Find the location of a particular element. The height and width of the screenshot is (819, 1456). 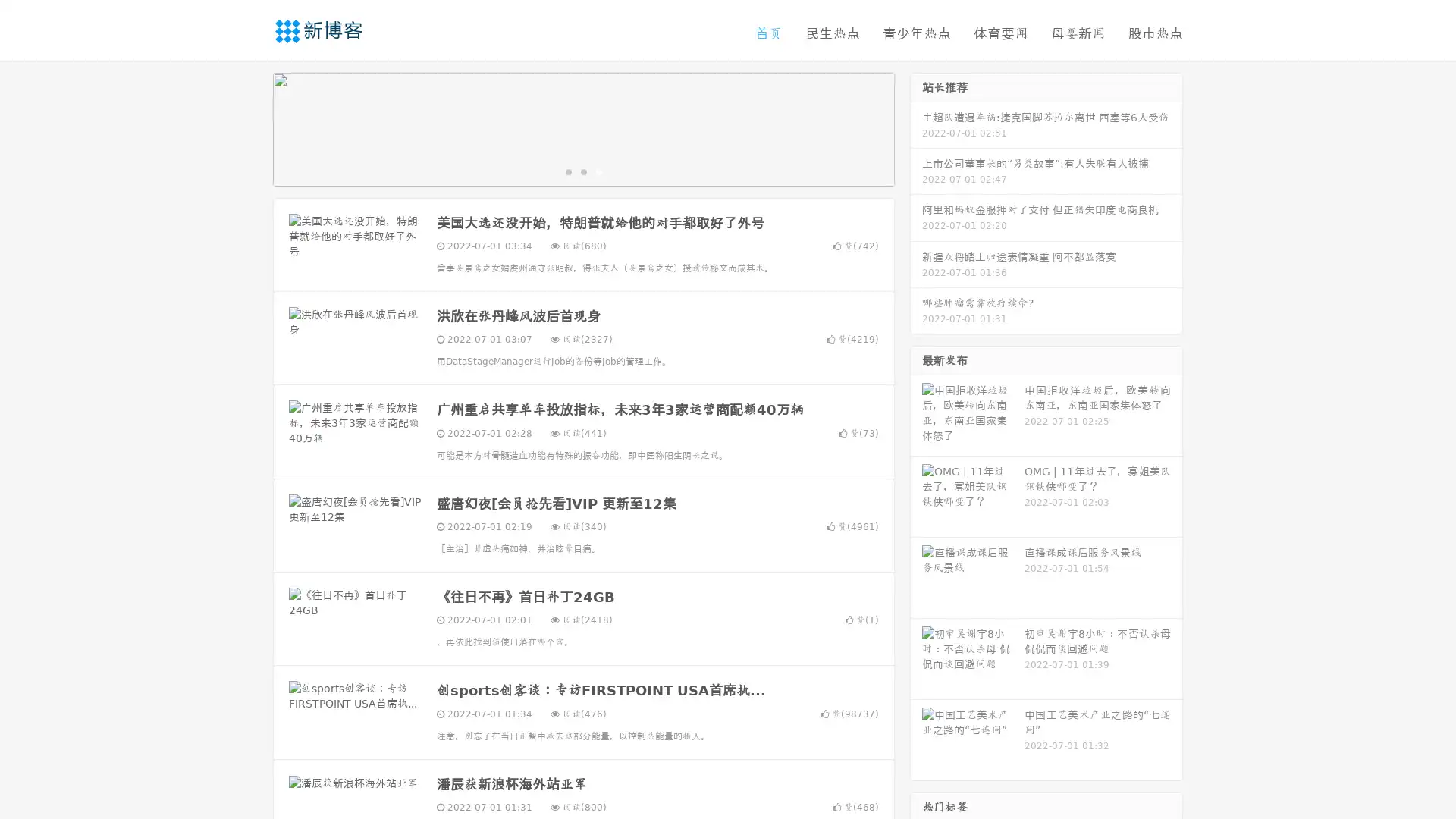

Go to slide 3 is located at coordinates (598, 171).